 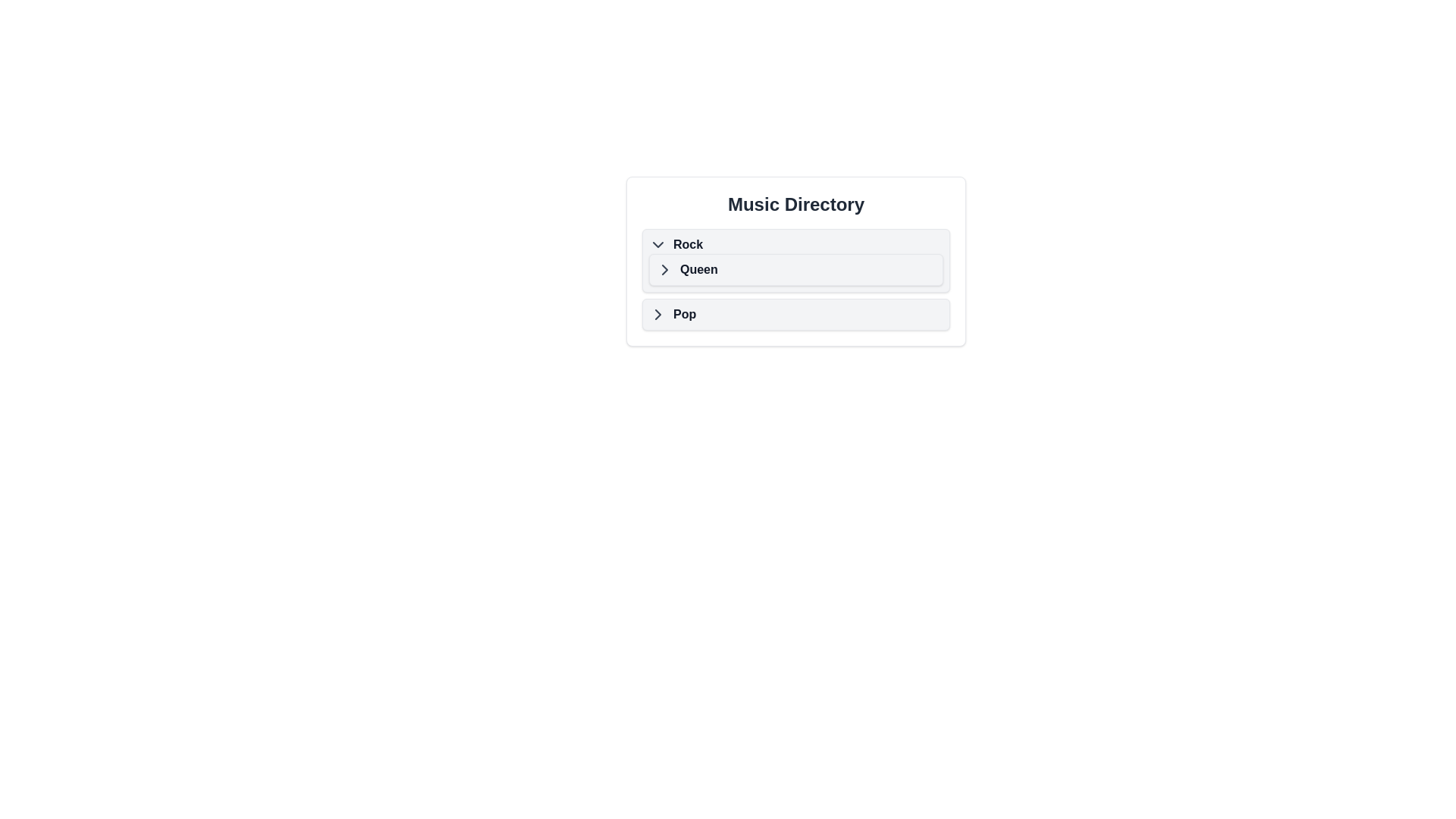 I want to click on the rightward-facing chevron arrow icon within the 'Pop' expandable list item in the 'Music Directory' card component, so click(x=658, y=314).